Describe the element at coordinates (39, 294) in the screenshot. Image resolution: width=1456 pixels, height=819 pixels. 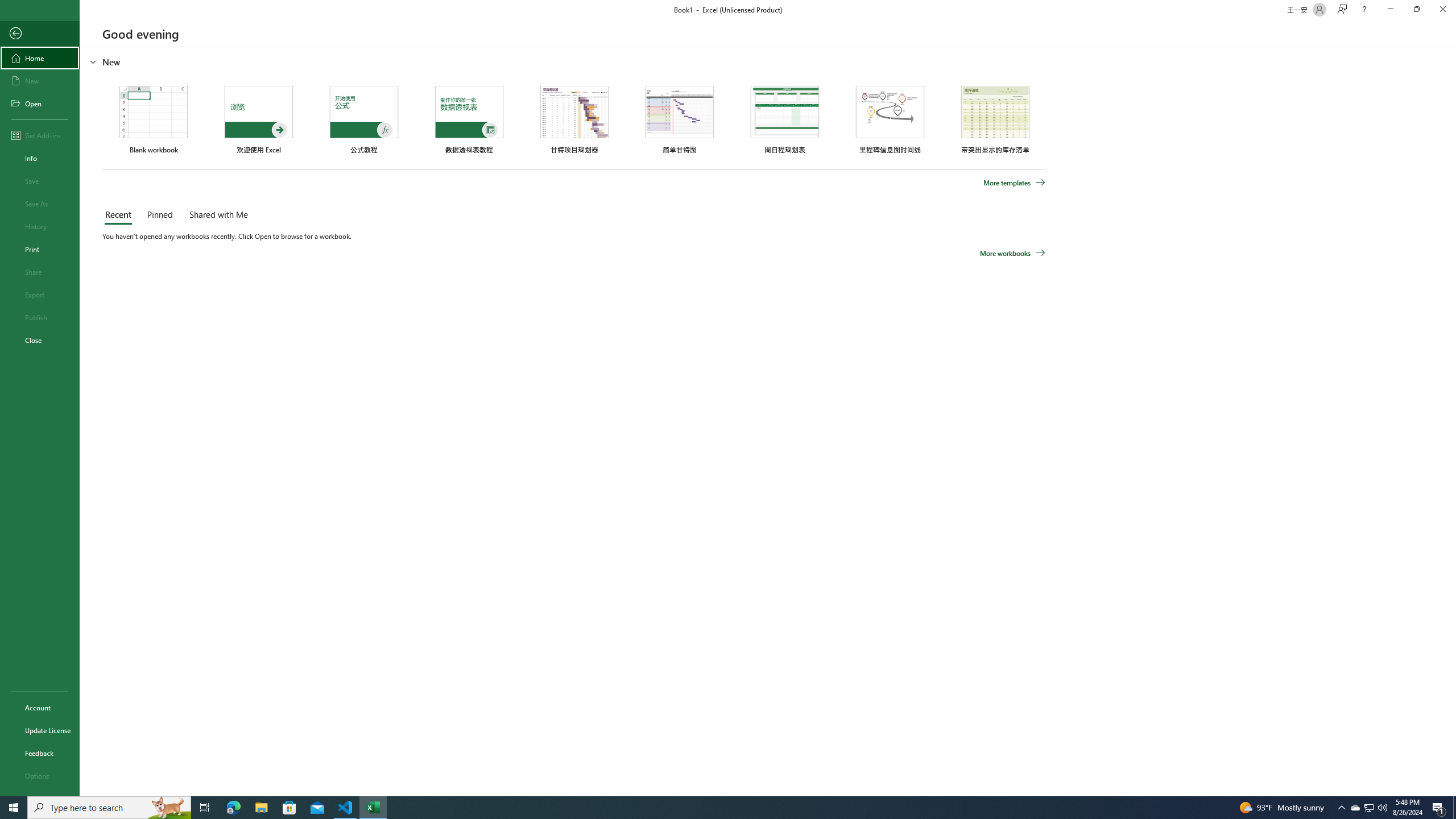
I see `'Export'` at that location.